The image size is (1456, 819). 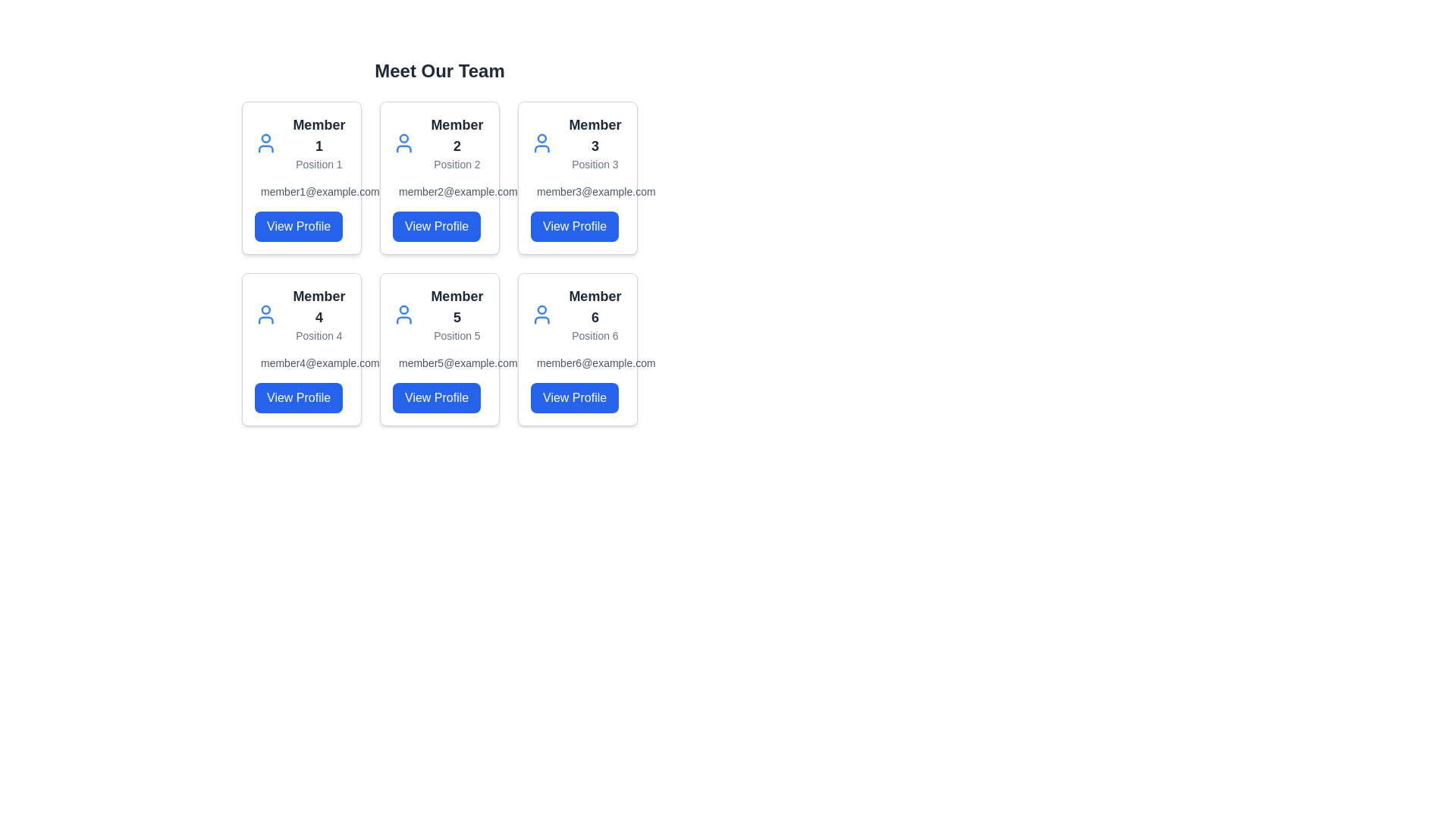 What do you see at coordinates (594, 335) in the screenshot?
I see `the Static Text element displaying 'Position 6', which is styled in light gray and positioned below 'Member 6' and above the email address in the last card on the bottom right of the grid layout` at bounding box center [594, 335].